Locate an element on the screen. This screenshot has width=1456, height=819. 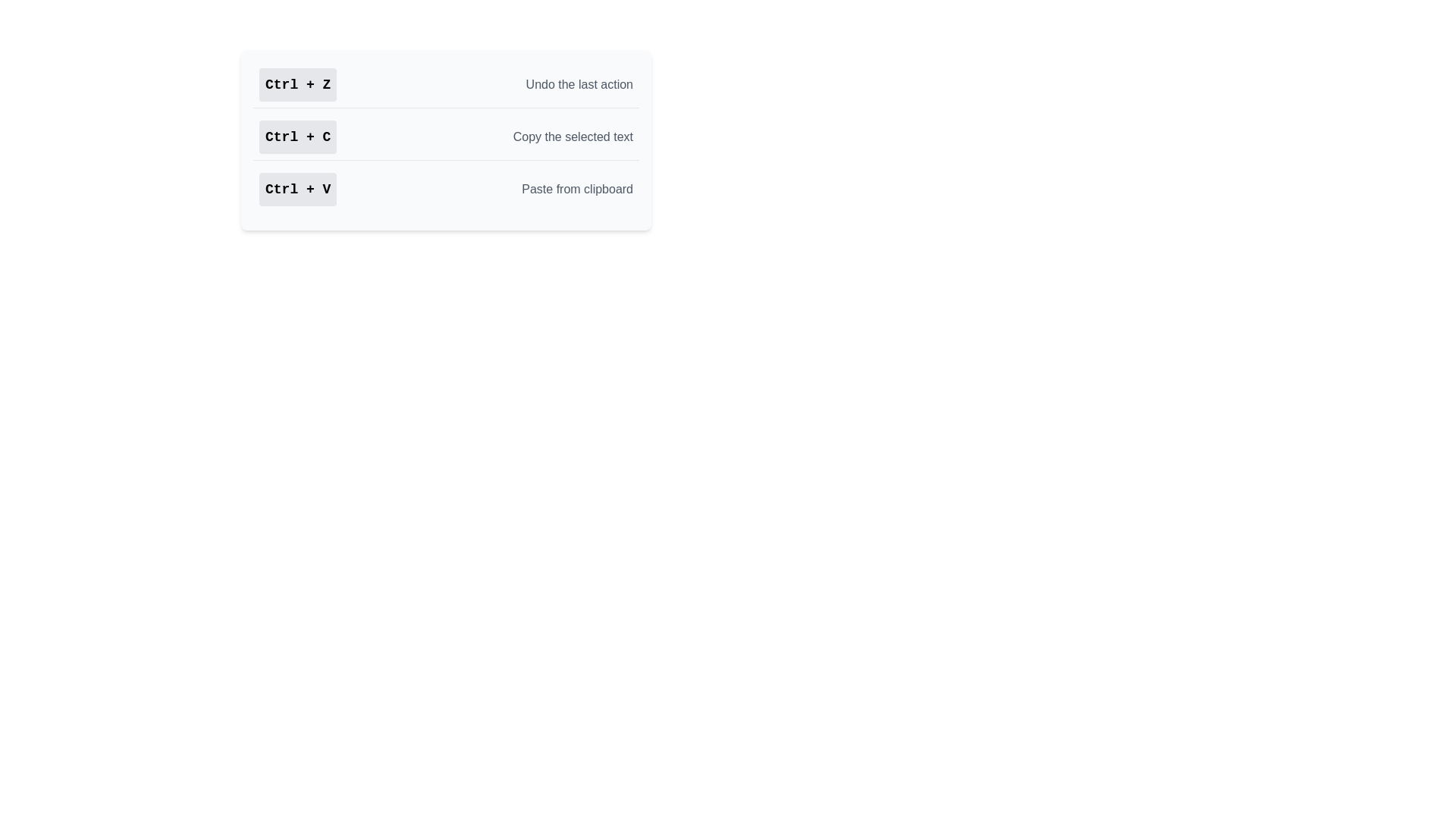
the static text label displaying the keyboard shortcut 'Ctrl + V', which indicates the action of pasting content from the clipboard is located at coordinates (298, 189).